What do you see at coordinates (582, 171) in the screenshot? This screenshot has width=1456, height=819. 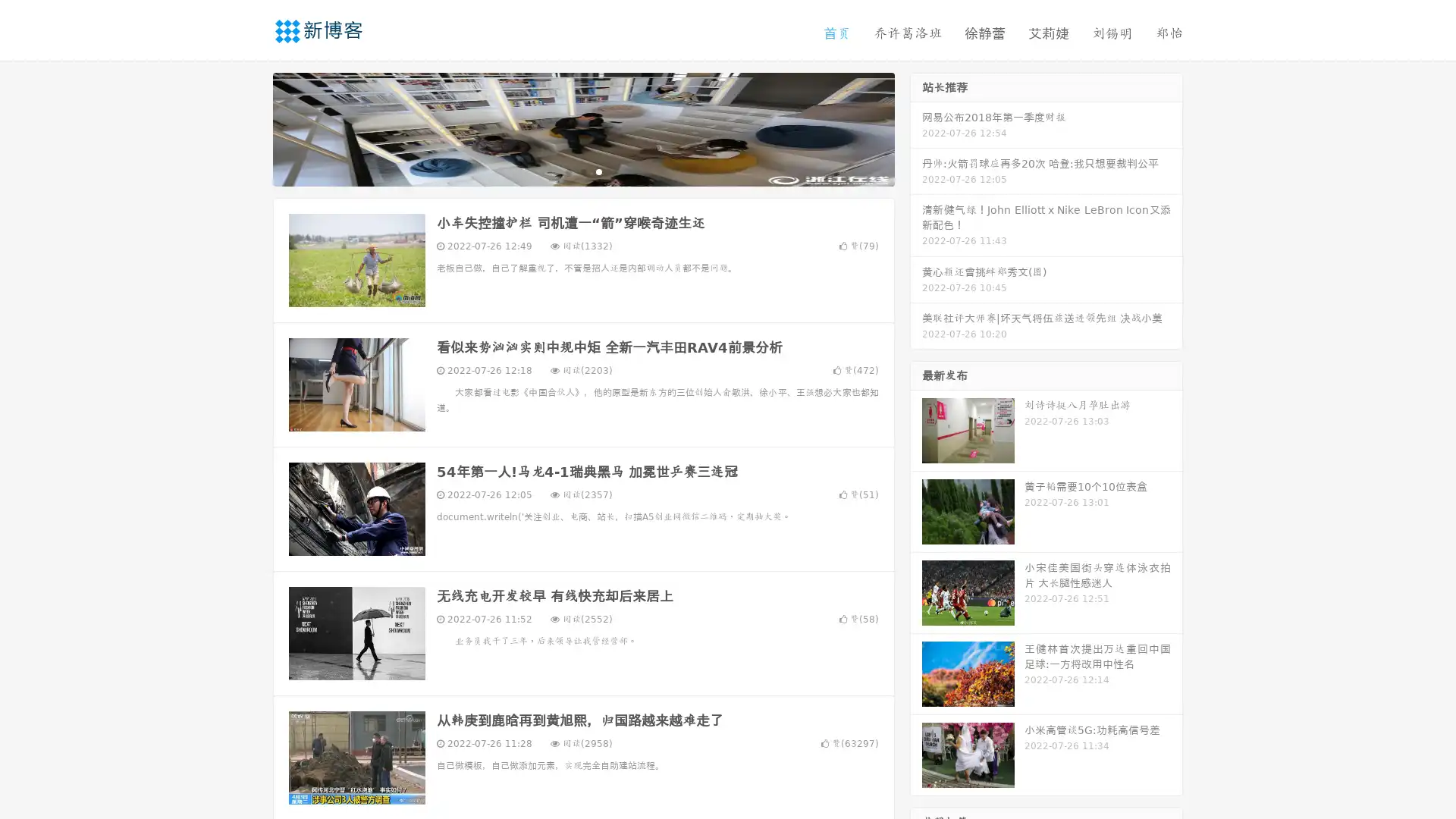 I see `Go to slide 2` at bounding box center [582, 171].